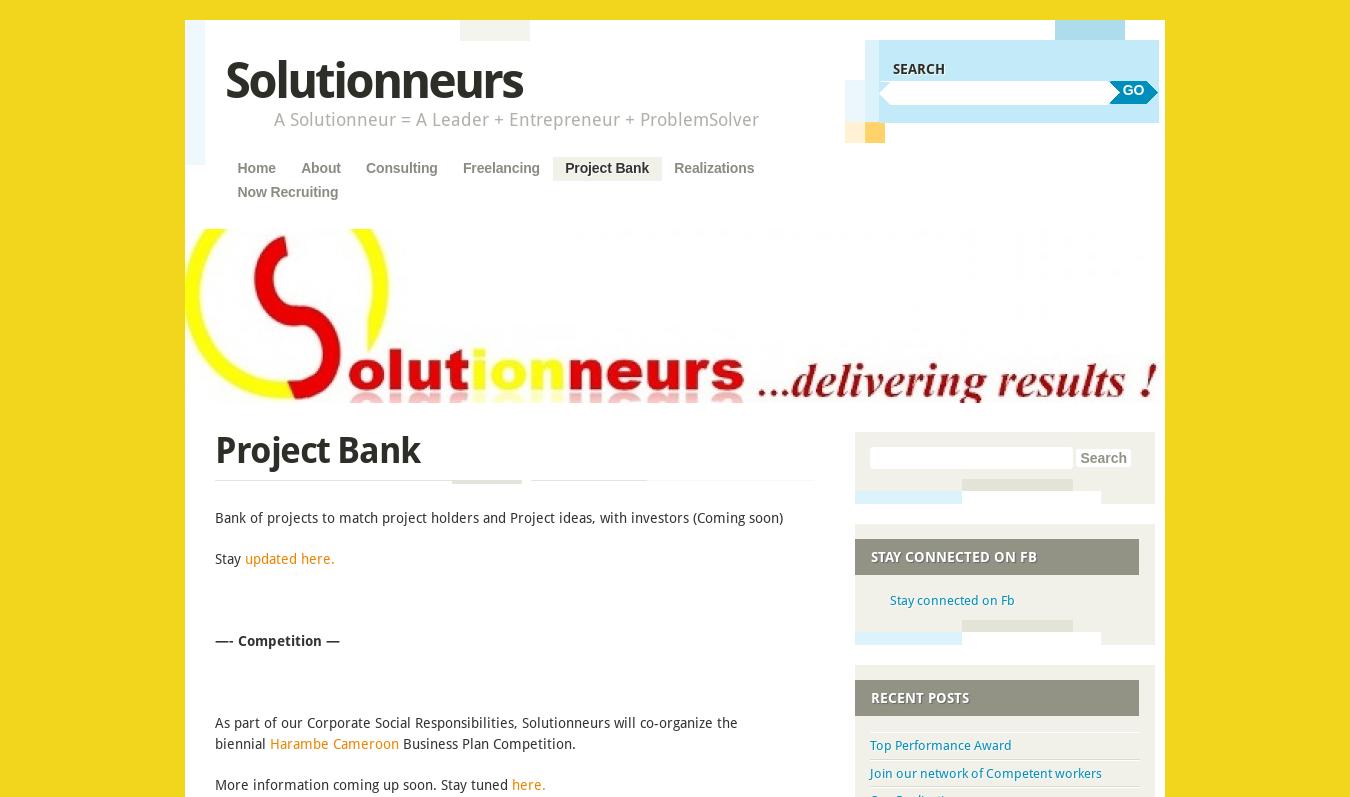  Describe the element at coordinates (227, 558) in the screenshot. I see `'Stay'` at that location.